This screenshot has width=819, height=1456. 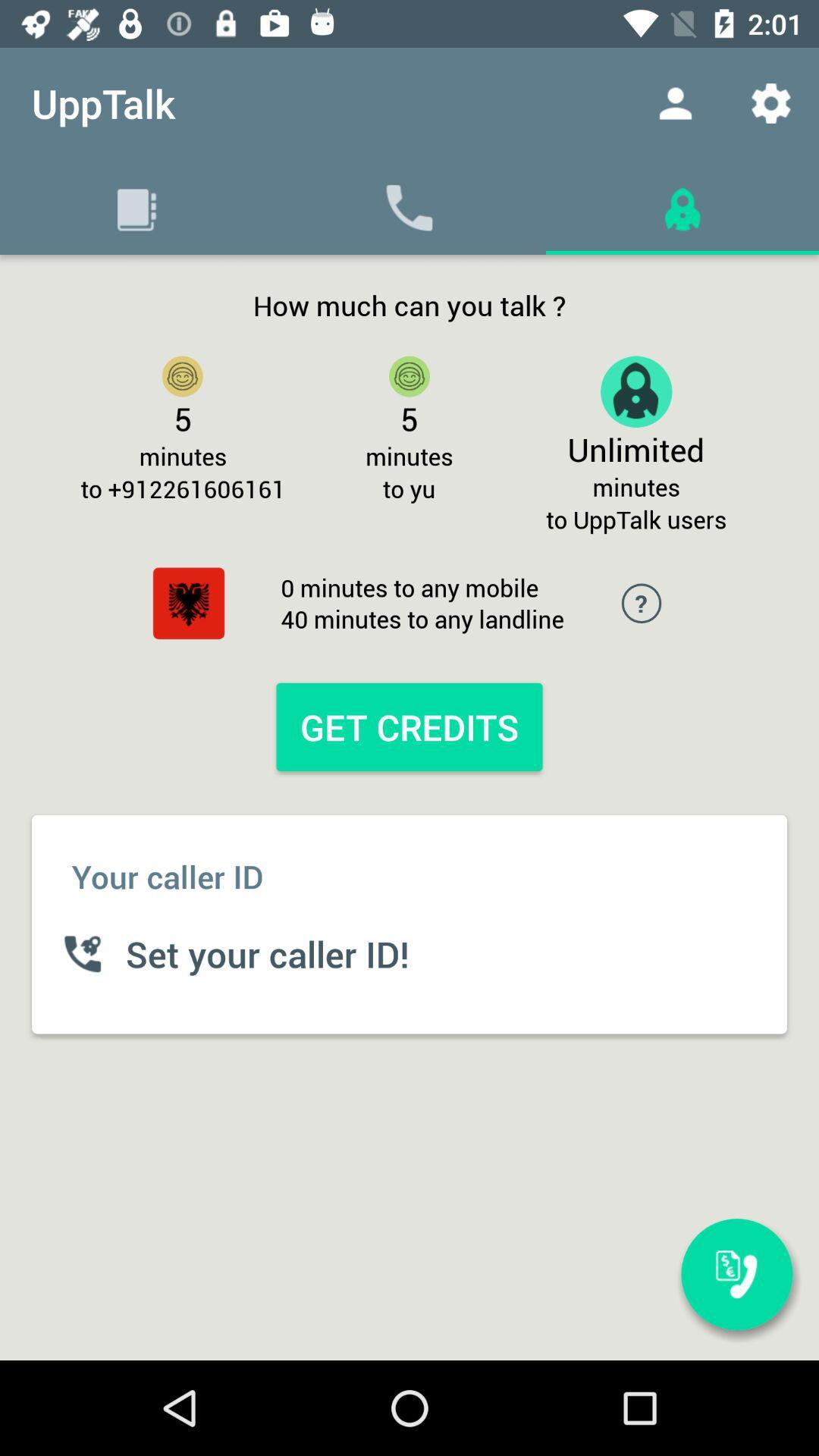 I want to click on the get credits, so click(x=409, y=726).